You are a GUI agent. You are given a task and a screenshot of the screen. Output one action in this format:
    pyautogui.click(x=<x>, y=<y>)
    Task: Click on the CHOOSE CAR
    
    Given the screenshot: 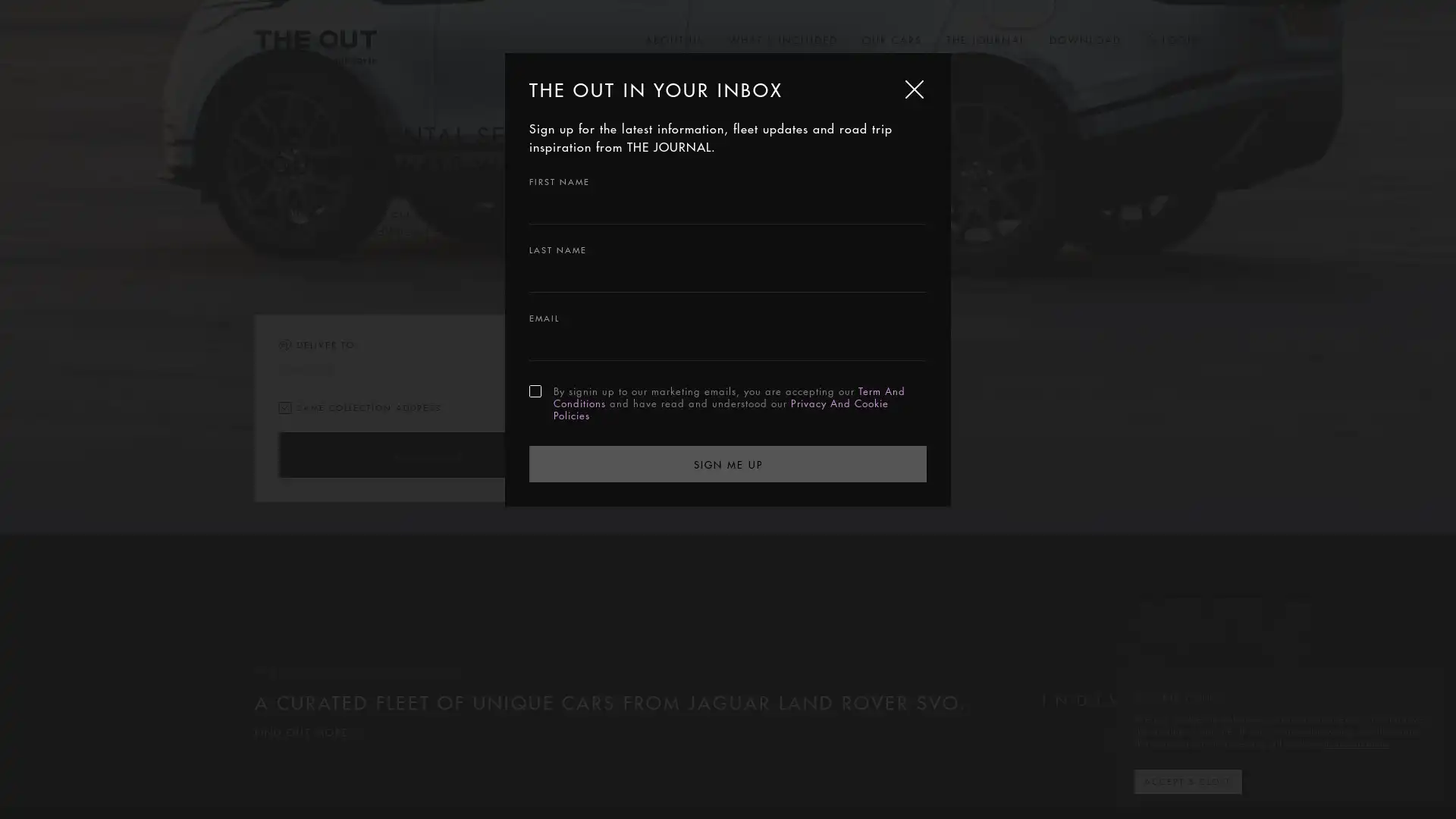 What is the action you would take?
    pyautogui.click(x=425, y=454)
    